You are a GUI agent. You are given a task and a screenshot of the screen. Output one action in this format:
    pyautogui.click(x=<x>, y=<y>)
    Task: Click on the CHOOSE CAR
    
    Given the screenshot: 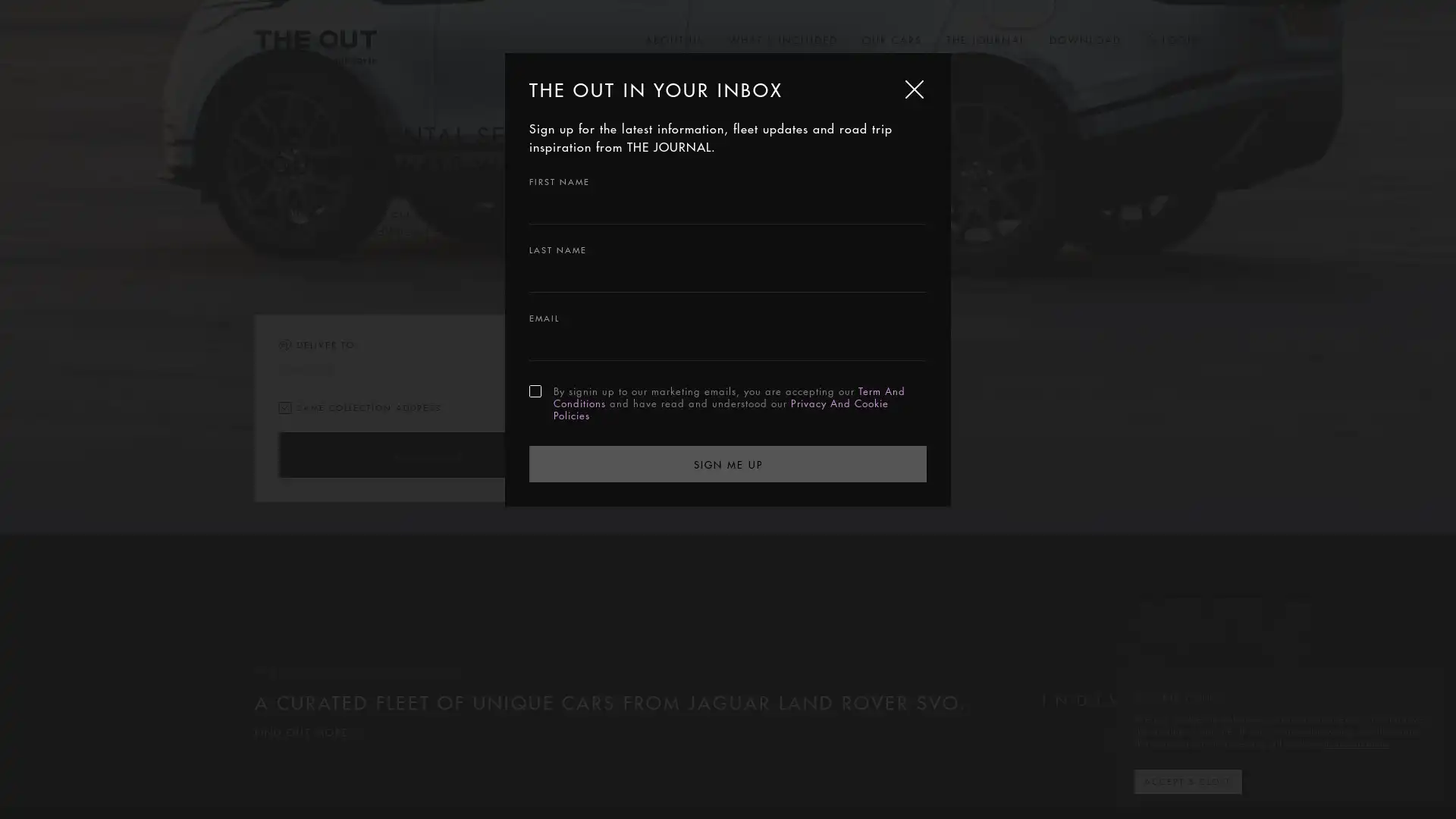 What is the action you would take?
    pyautogui.click(x=425, y=454)
    